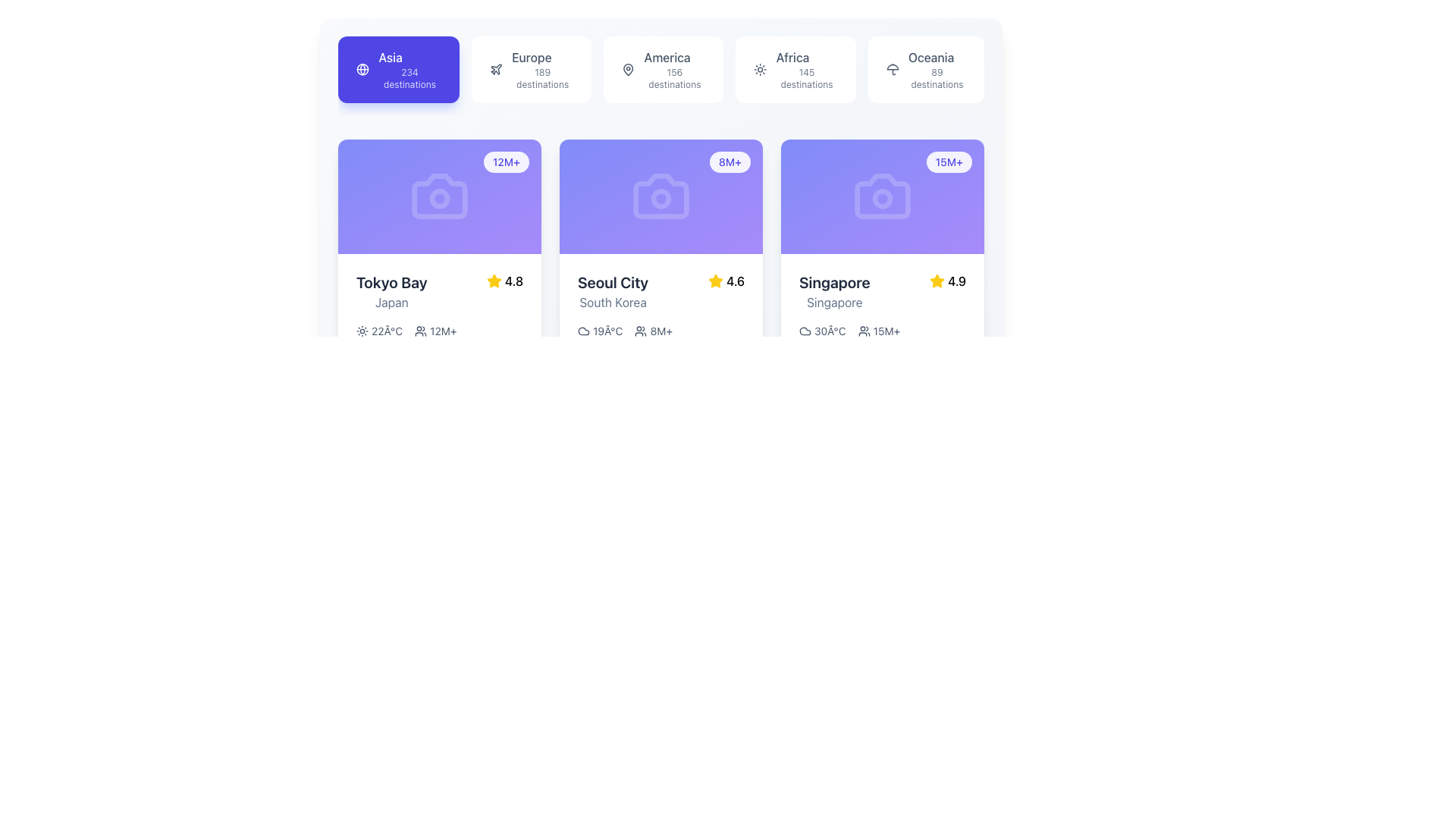 The image size is (1456, 819). I want to click on the text label displaying '8M+' which represents a user count, located in the lower portion of the 'Seoul City' tile, to the right of a user silhouette icon, so click(661, 330).